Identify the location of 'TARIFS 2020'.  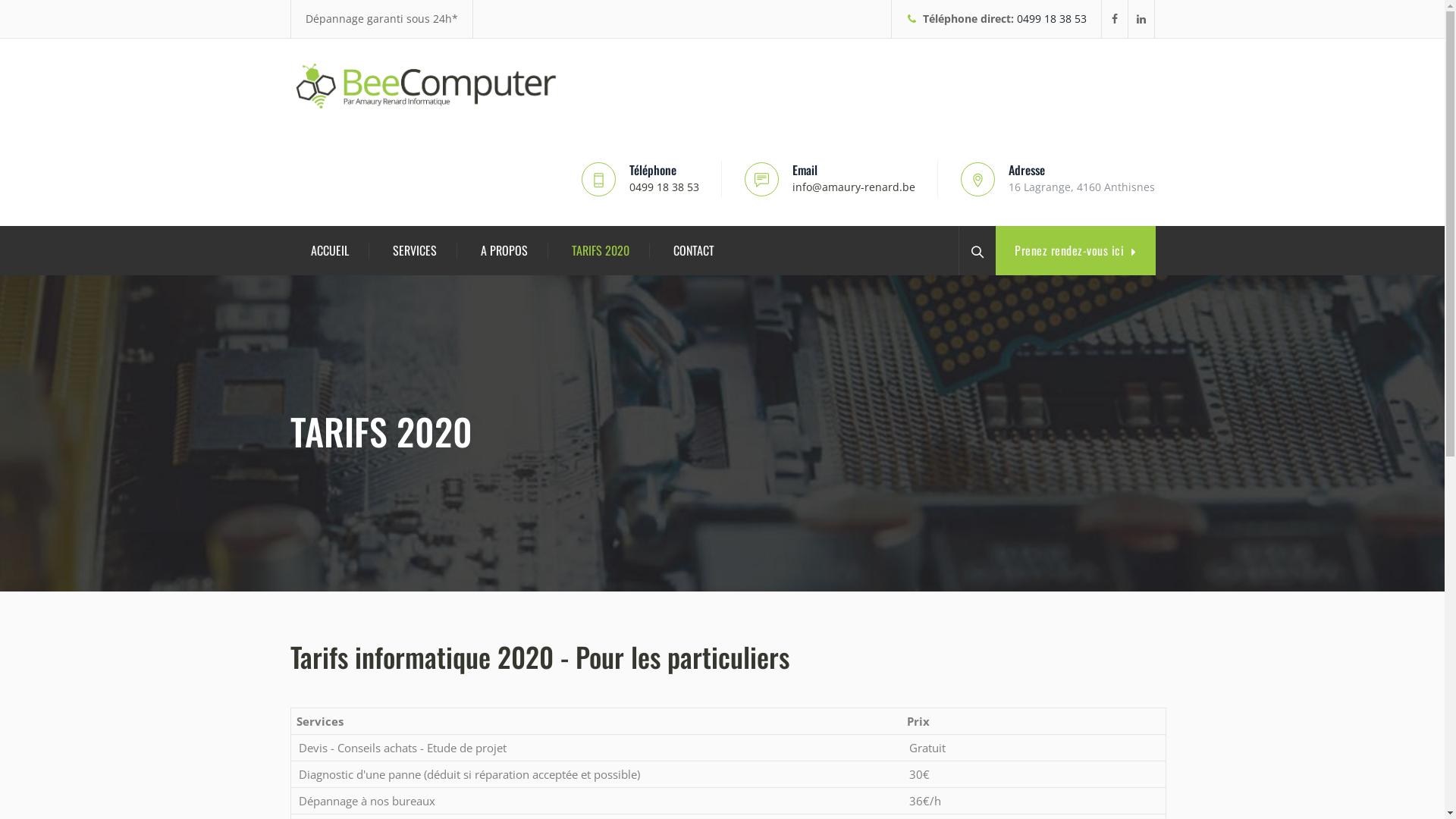
(600, 249).